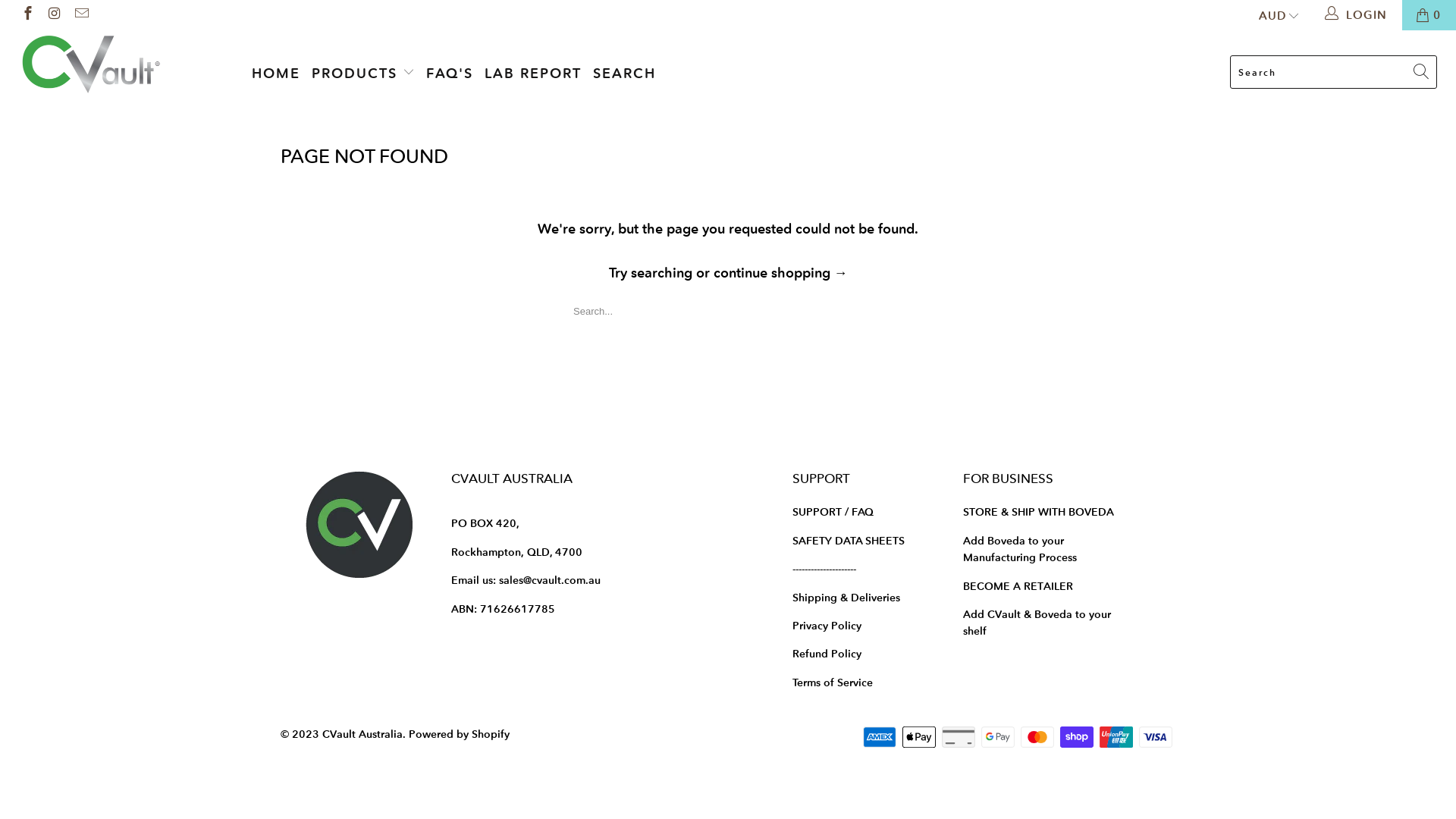  Describe the element at coordinates (792, 596) in the screenshot. I see `'Shipping & Deliveries'` at that location.